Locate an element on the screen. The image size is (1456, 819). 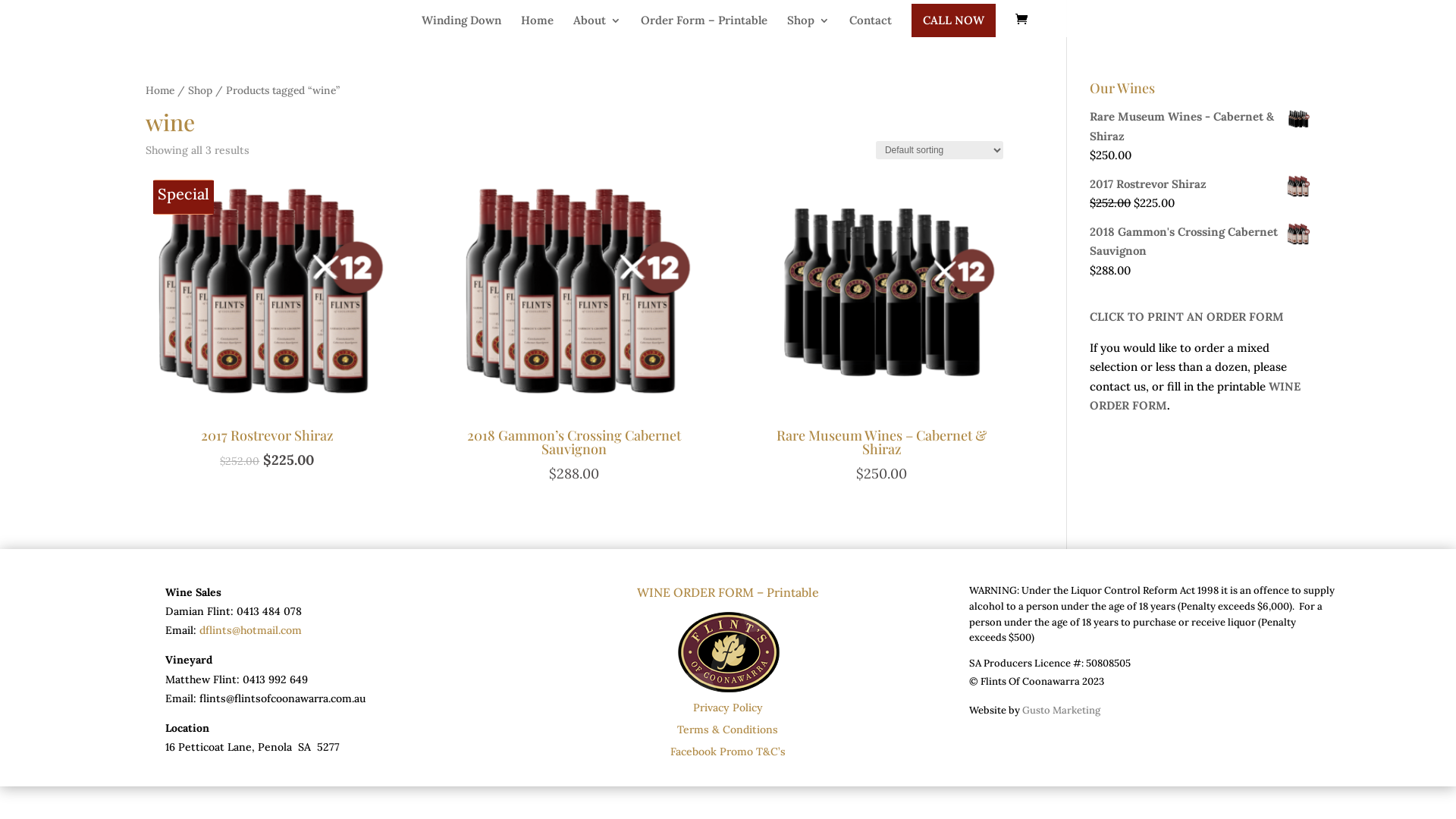
'Winding Down' is located at coordinates (460, 22).